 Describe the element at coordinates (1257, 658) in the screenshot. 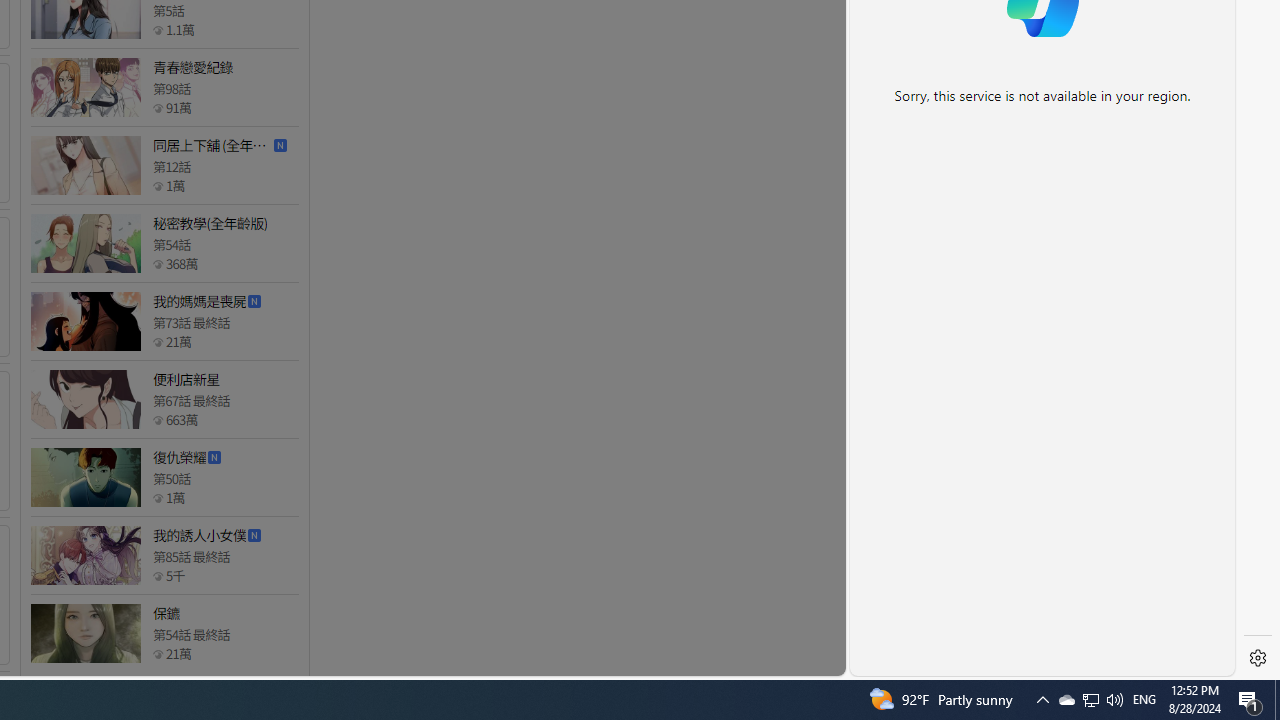

I see `'Settings'` at that location.